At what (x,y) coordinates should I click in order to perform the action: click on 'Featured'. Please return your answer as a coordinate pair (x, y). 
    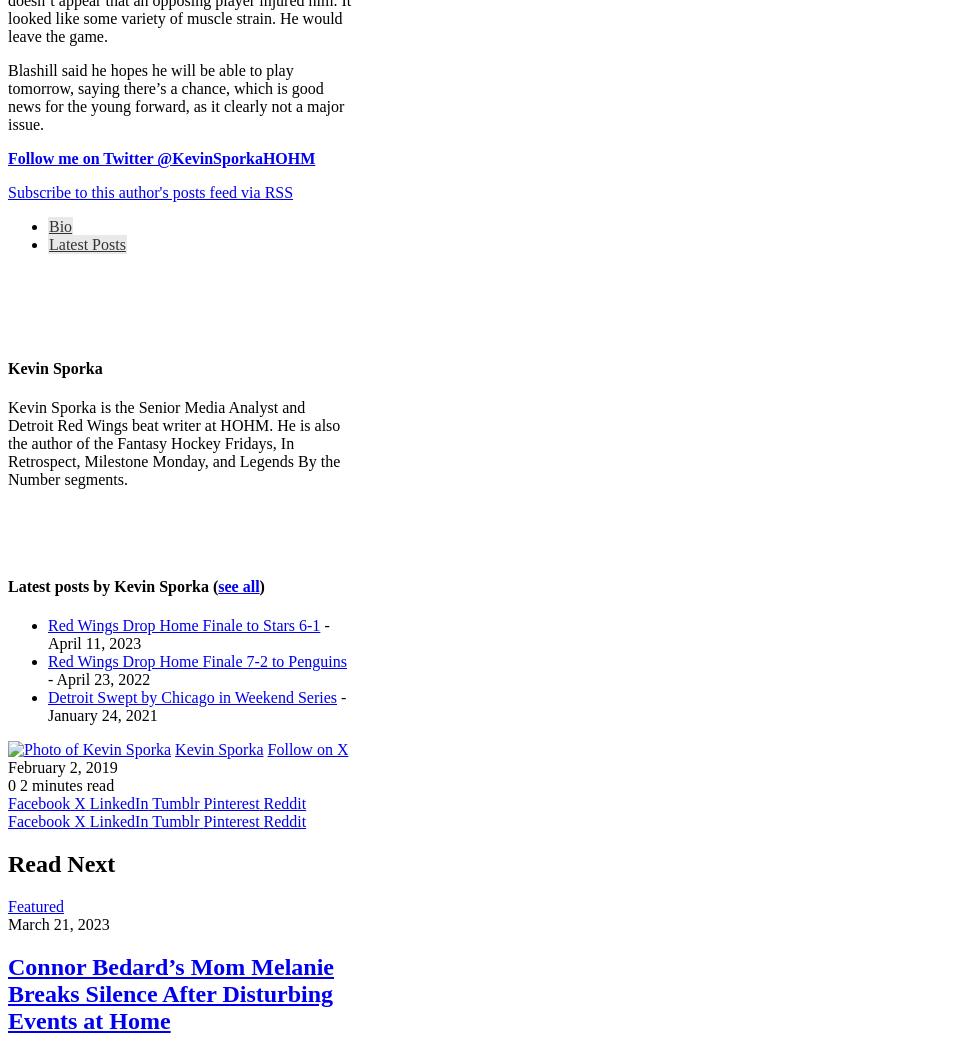
    Looking at the image, I should click on (35, 905).